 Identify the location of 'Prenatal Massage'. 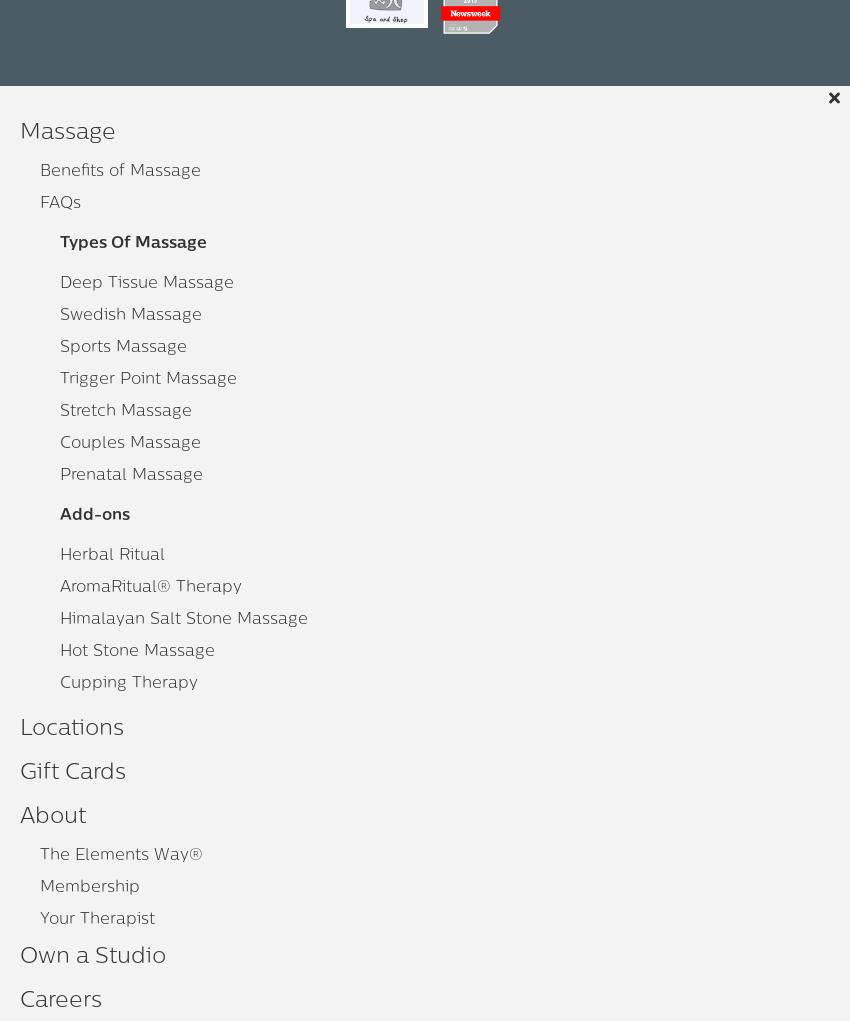
(131, 474).